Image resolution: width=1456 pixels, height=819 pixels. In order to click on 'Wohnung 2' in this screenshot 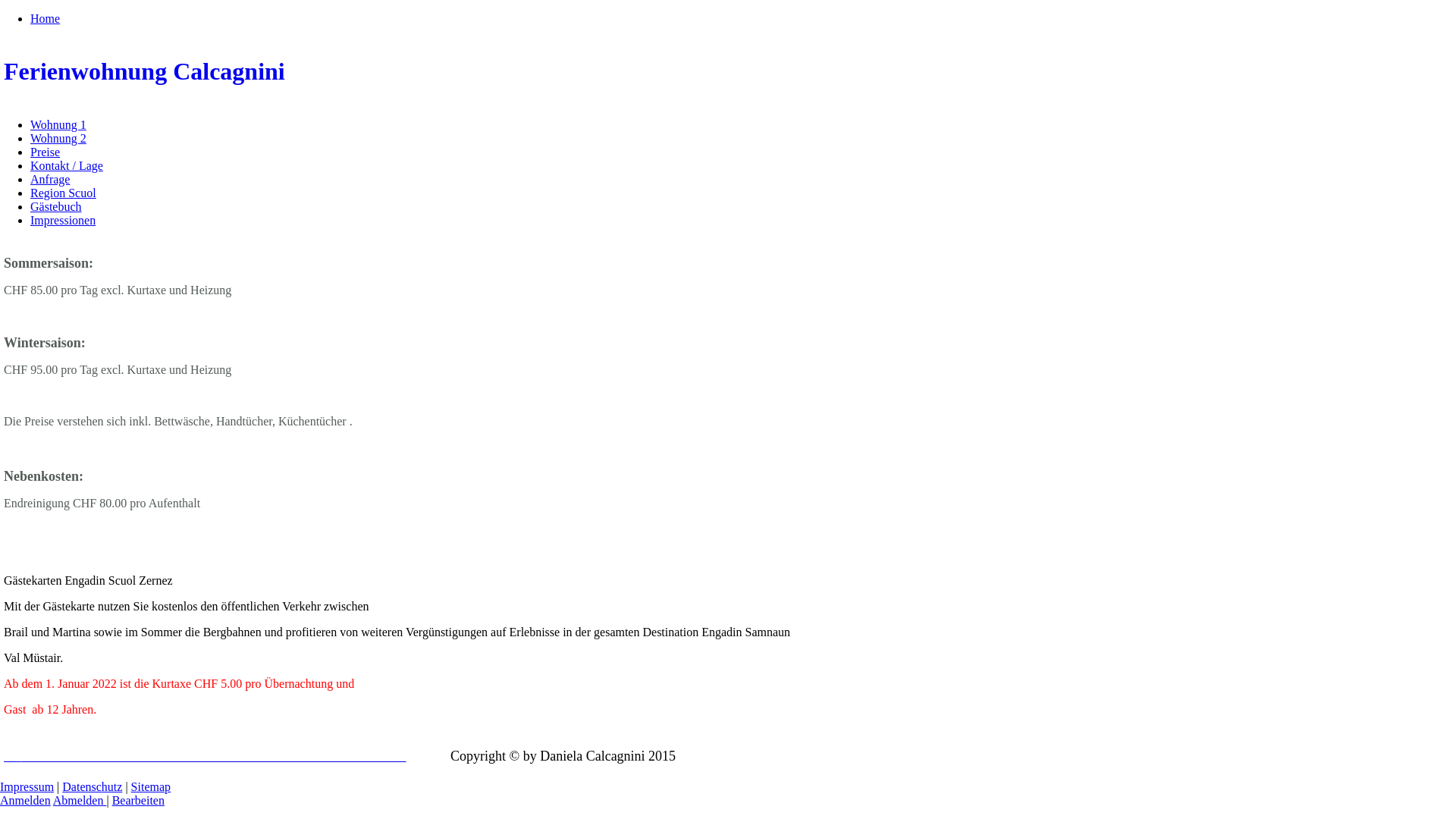, I will do `click(58, 138)`.